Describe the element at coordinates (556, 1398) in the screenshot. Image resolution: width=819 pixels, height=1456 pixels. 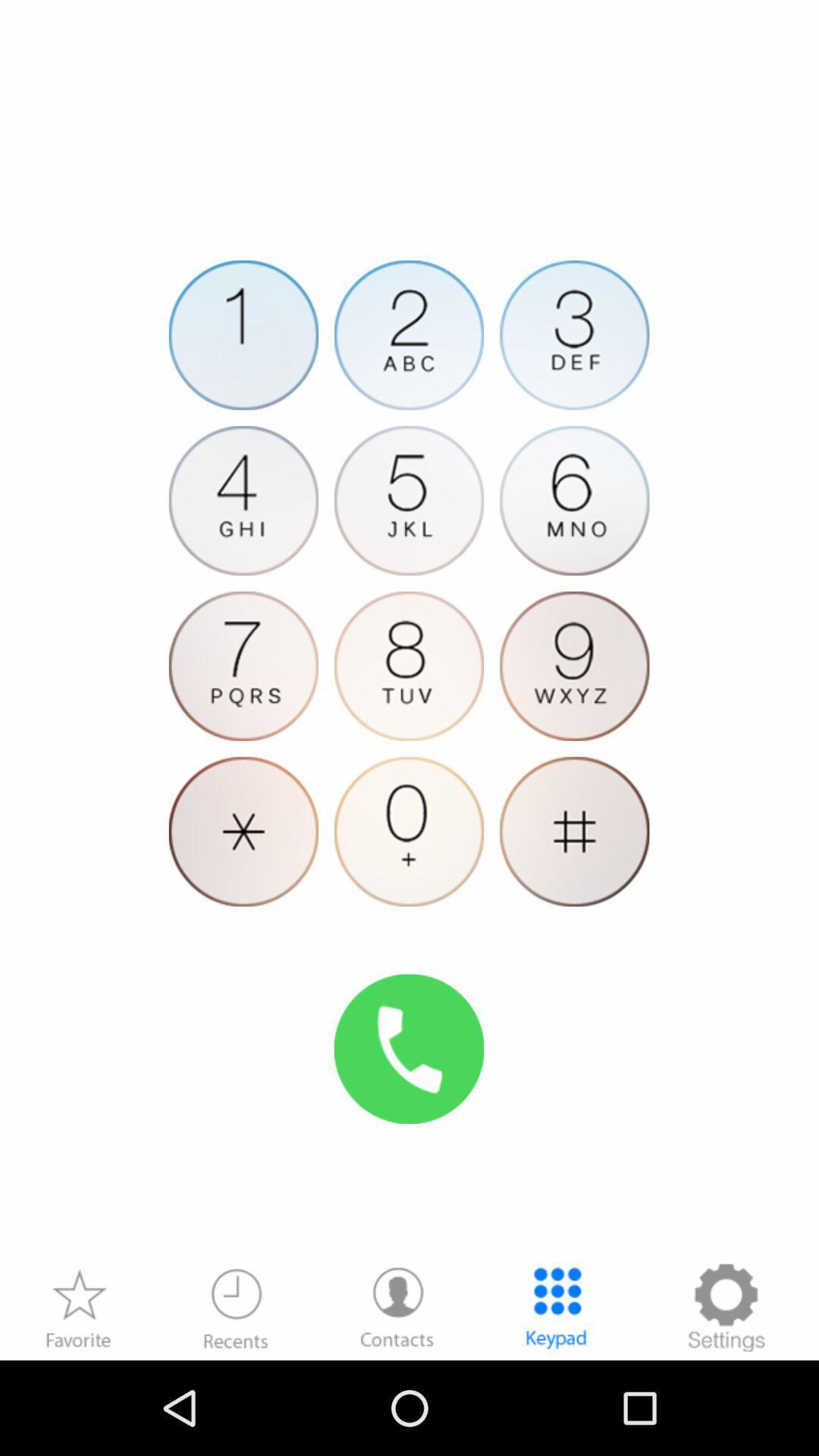
I see `the dialpad icon` at that location.